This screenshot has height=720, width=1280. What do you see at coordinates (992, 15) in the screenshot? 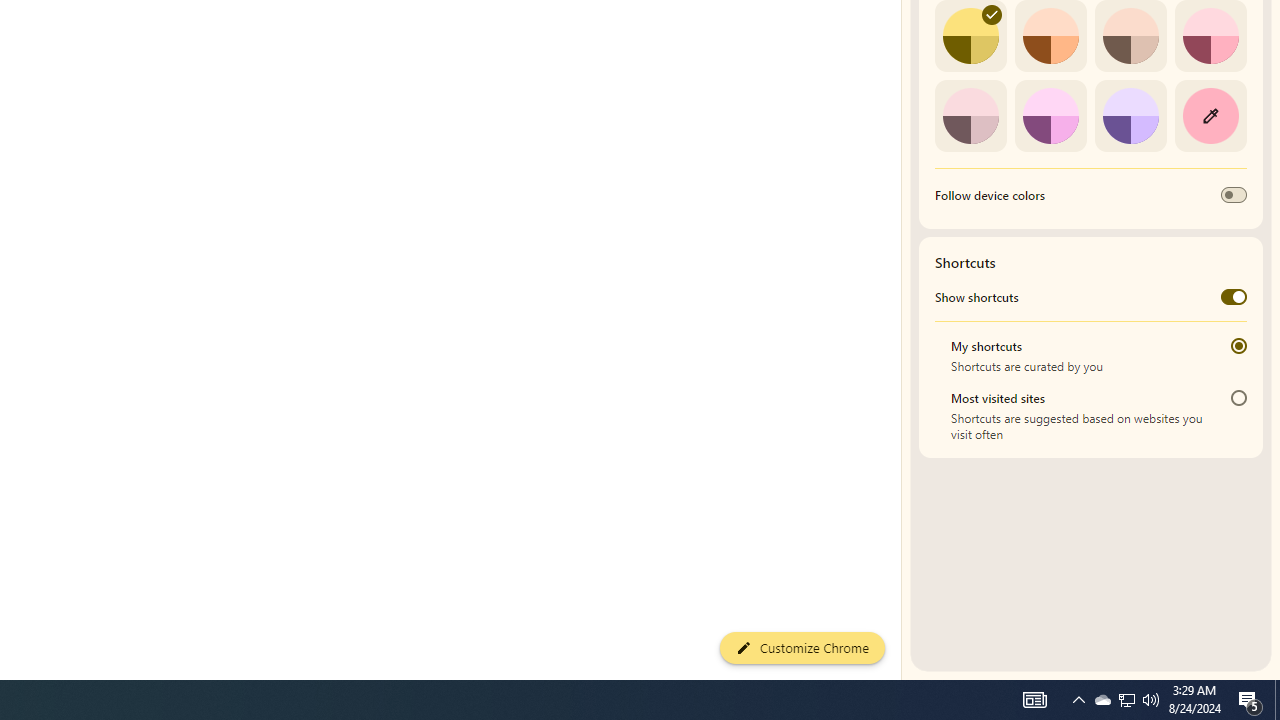
I see `'AutomationID: svg'` at bounding box center [992, 15].